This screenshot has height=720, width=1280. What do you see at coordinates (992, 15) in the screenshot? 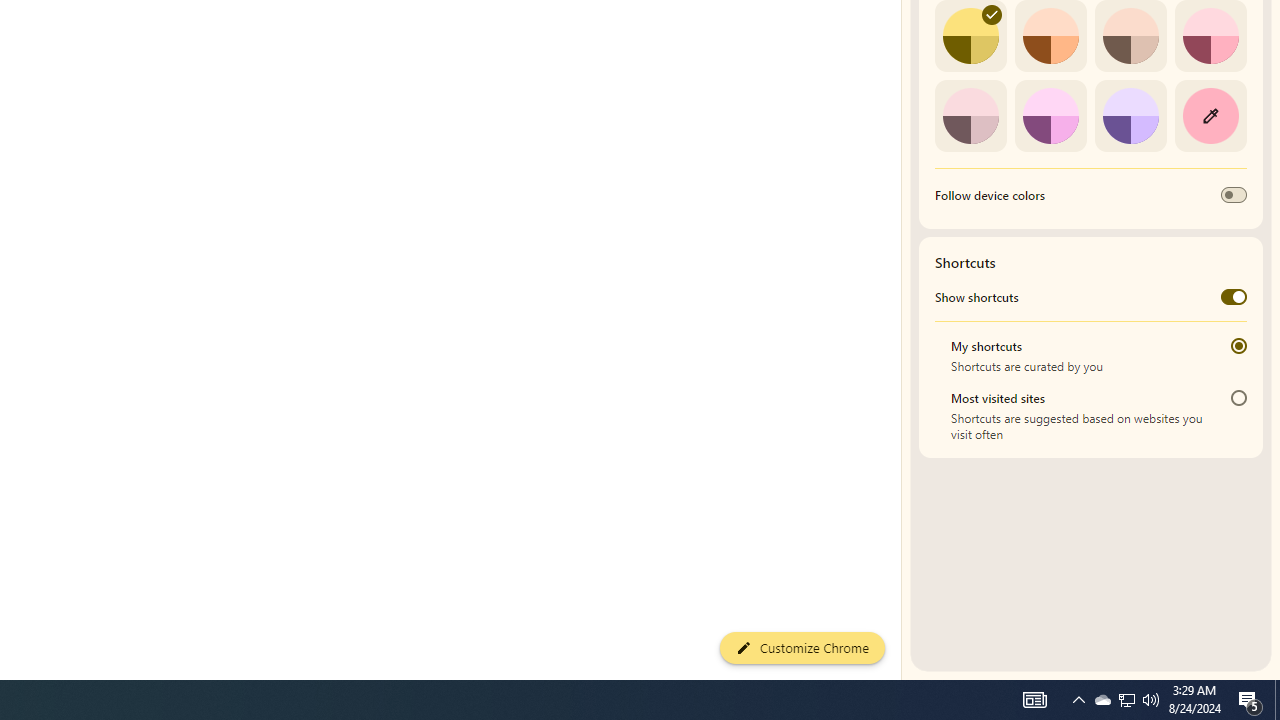
I see `'AutomationID: svg'` at bounding box center [992, 15].